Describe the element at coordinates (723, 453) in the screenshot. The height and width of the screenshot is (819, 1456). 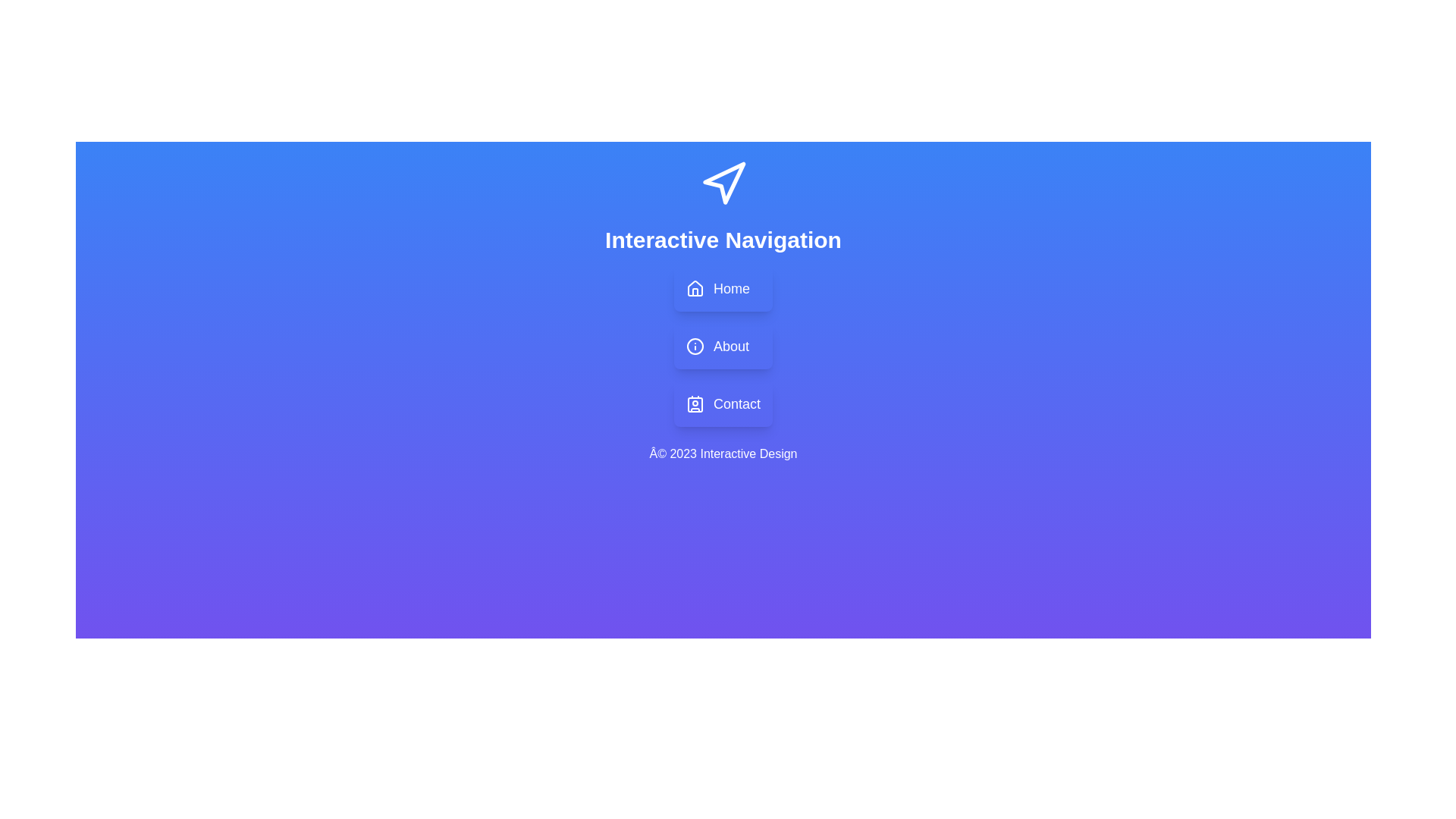
I see `the text label displaying '© 2023 Interactive Design', which is styled with white text on a gradient background, located at the bottom-center of the interface` at that location.